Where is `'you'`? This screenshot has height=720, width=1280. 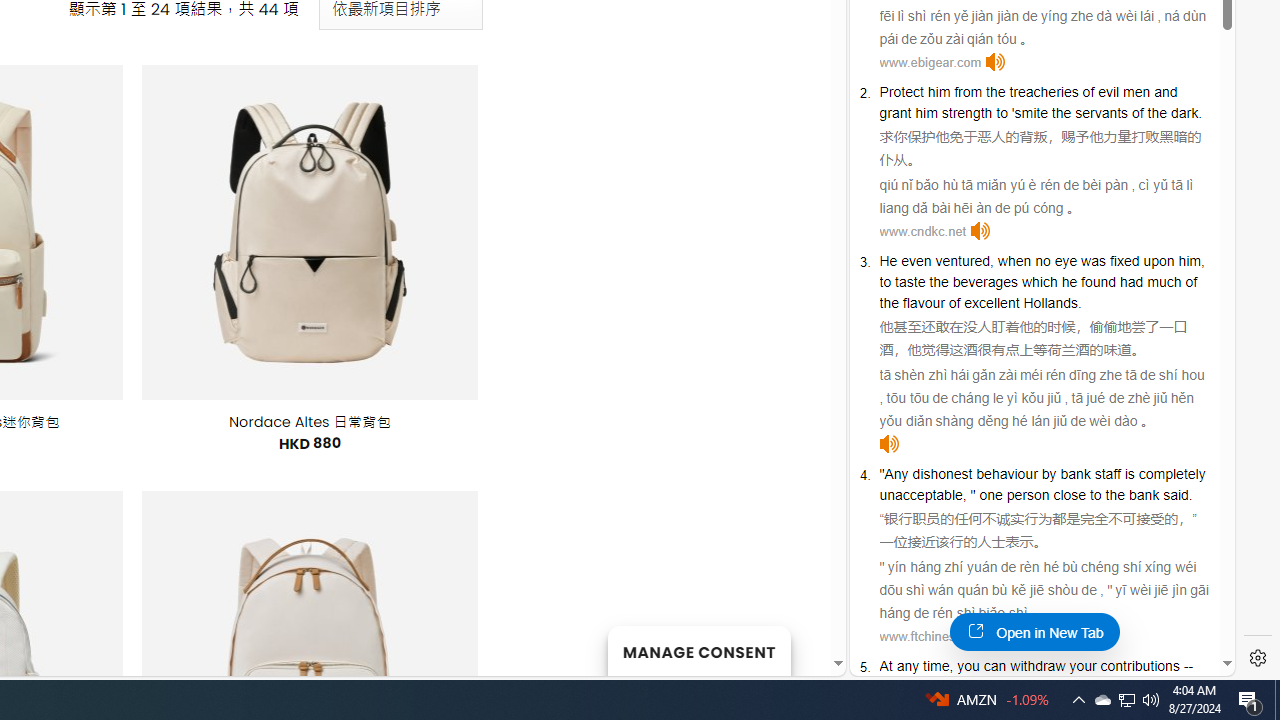
'you' is located at coordinates (968, 666).